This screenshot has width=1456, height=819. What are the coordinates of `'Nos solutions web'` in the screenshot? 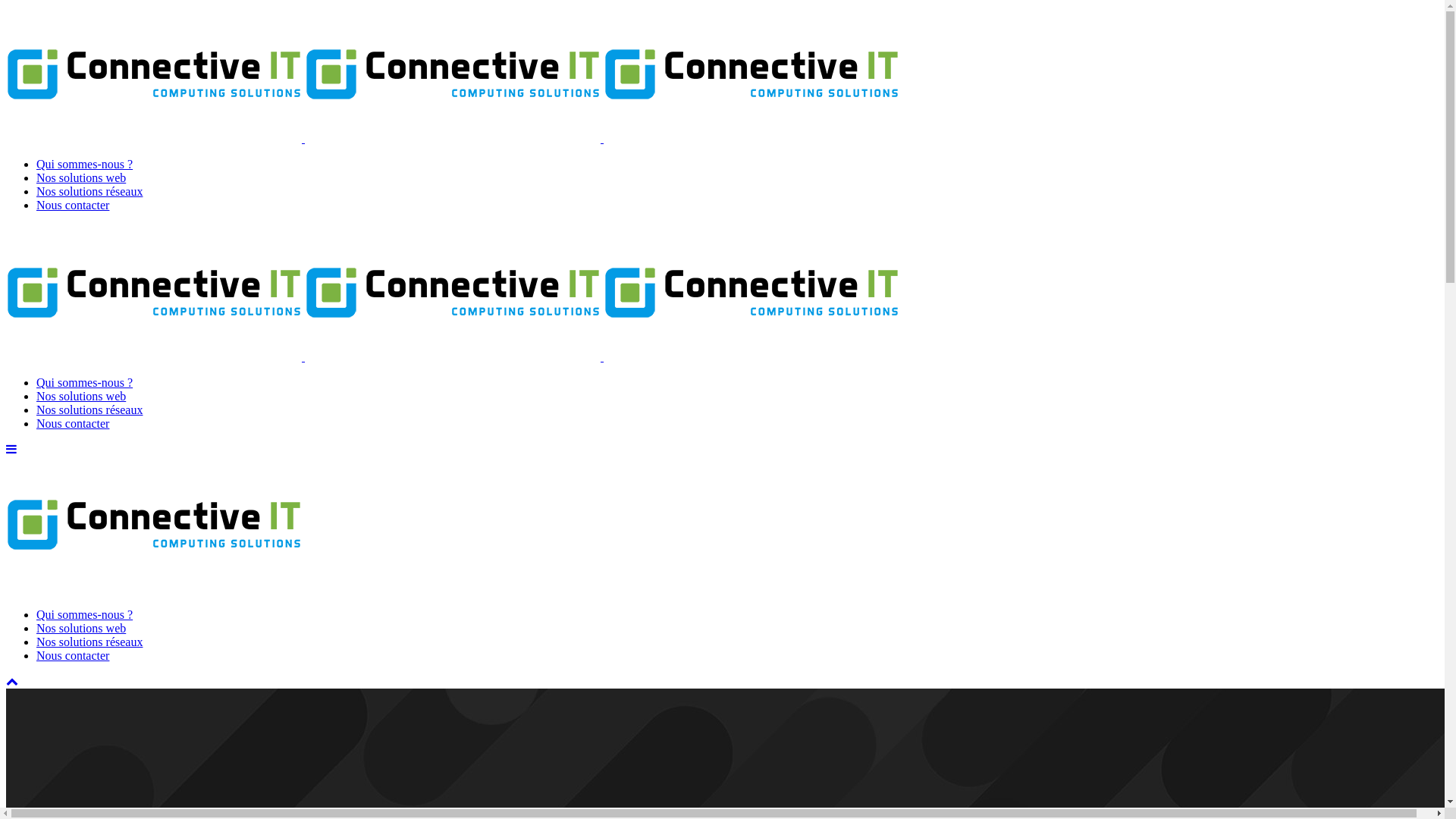 It's located at (80, 628).